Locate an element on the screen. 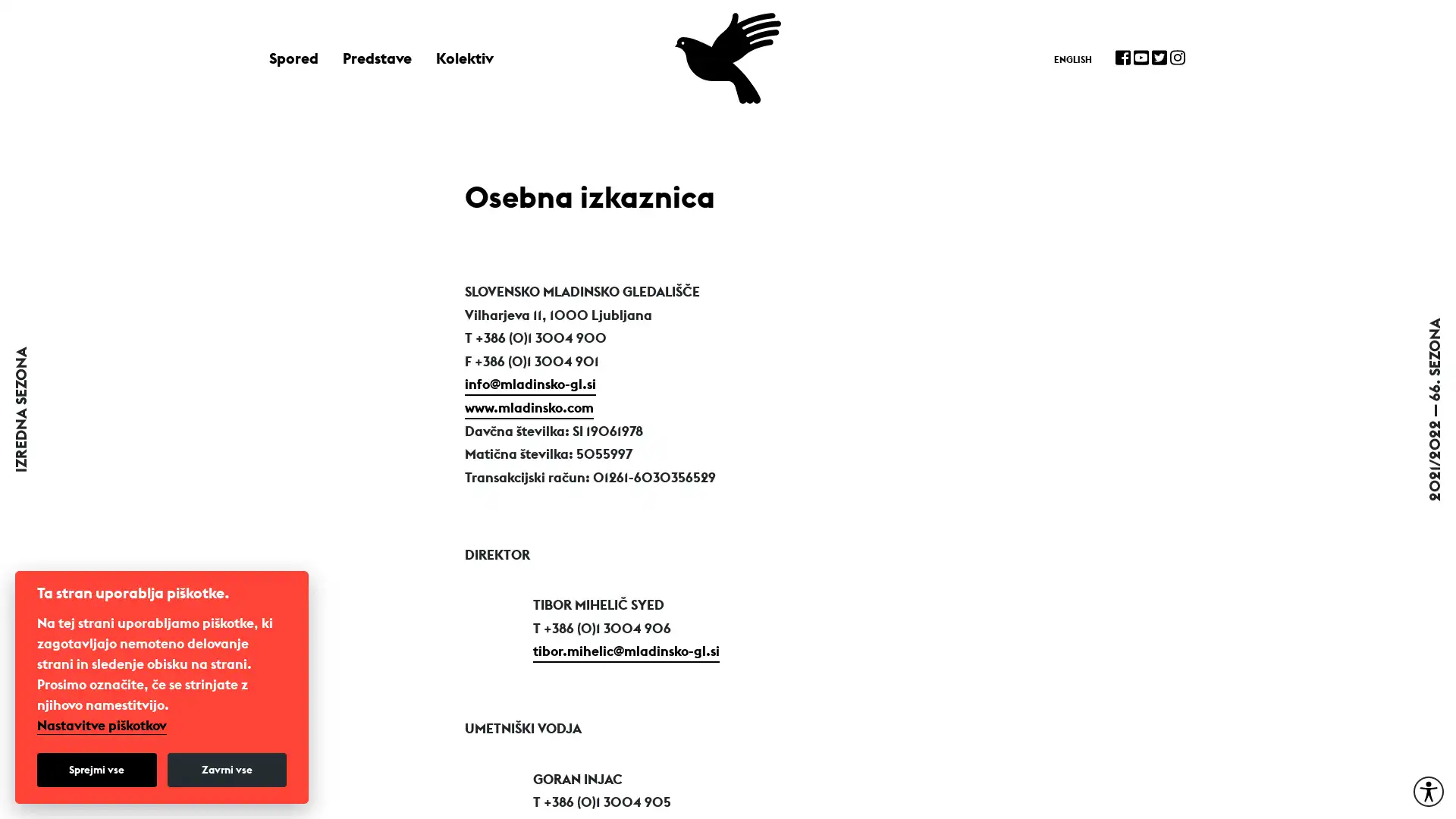  Zavrni vse is located at coordinates (225, 769).